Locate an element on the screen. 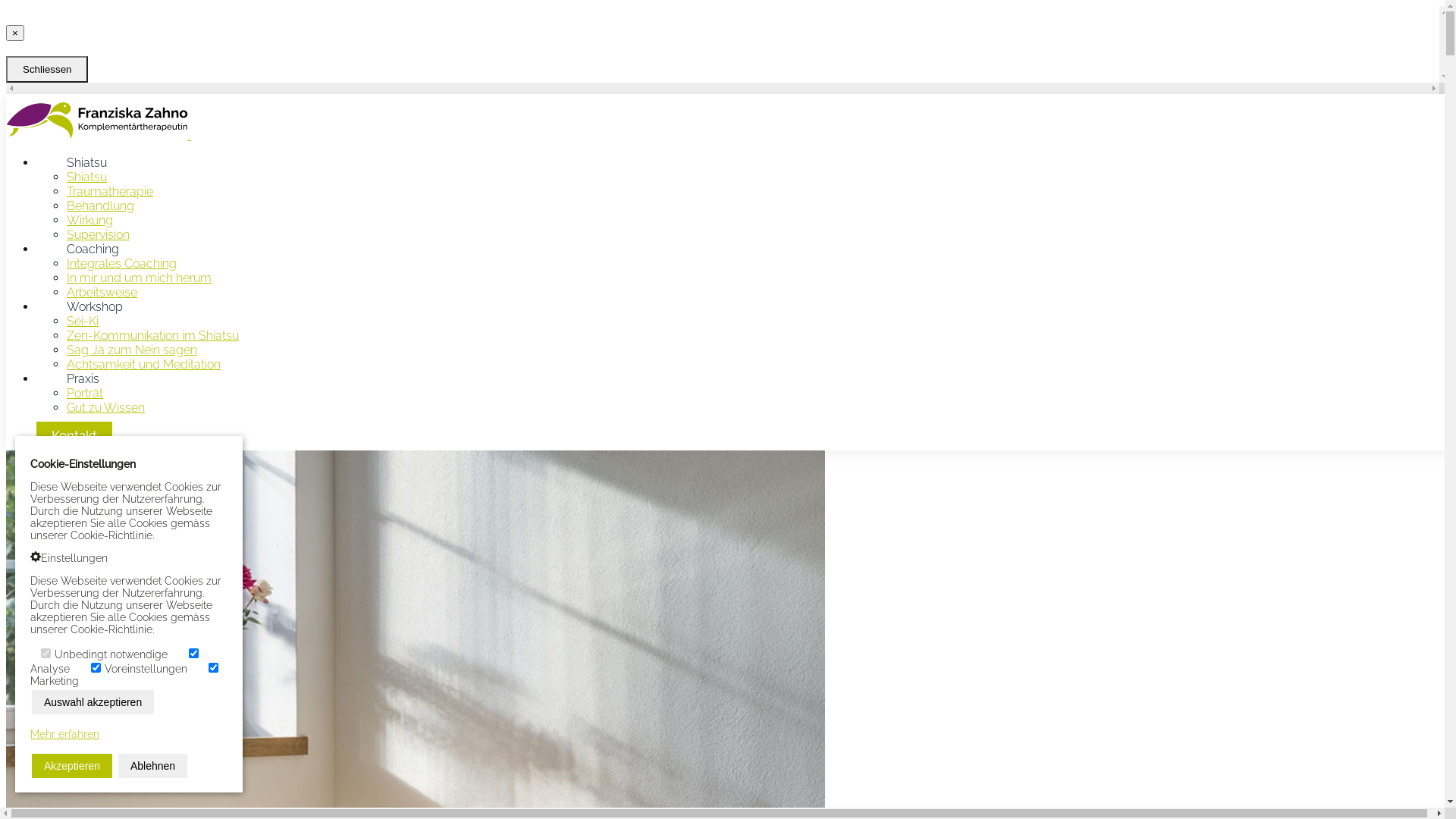 The width and height of the screenshot is (1456, 819). 'Shiatsu' is located at coordinates (86, 176).